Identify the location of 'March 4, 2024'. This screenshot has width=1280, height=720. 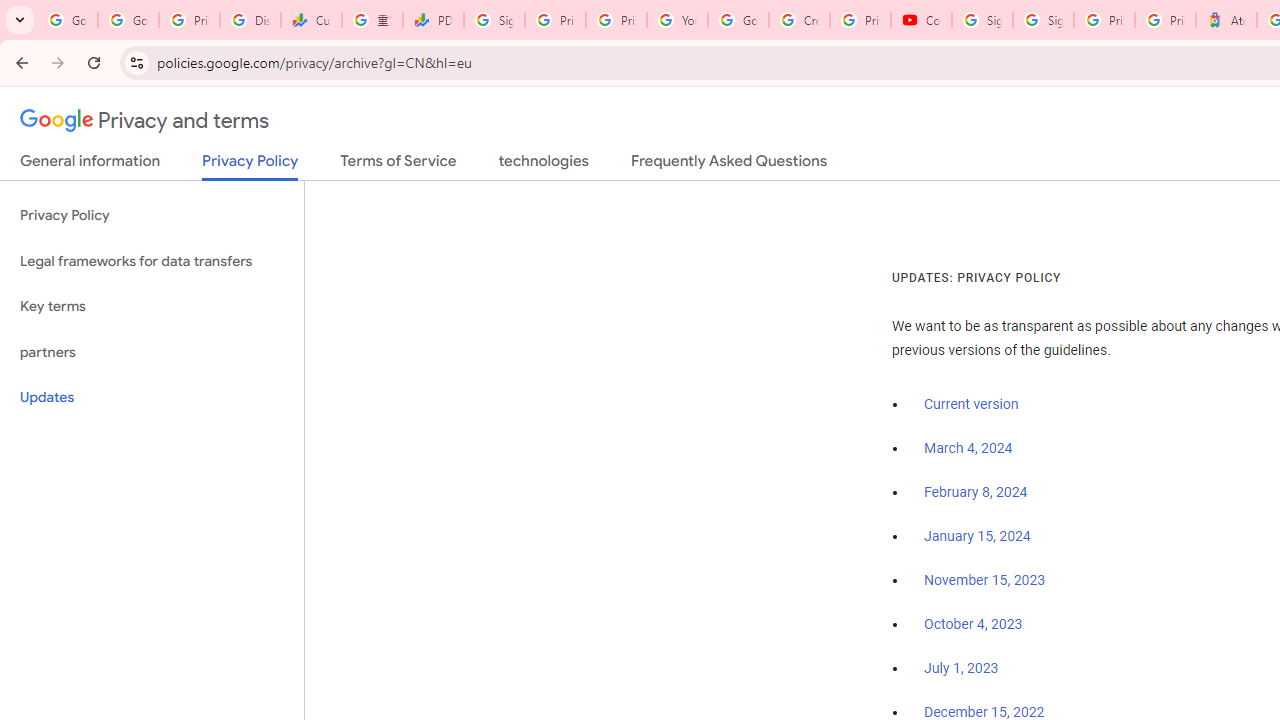
(968, 447).